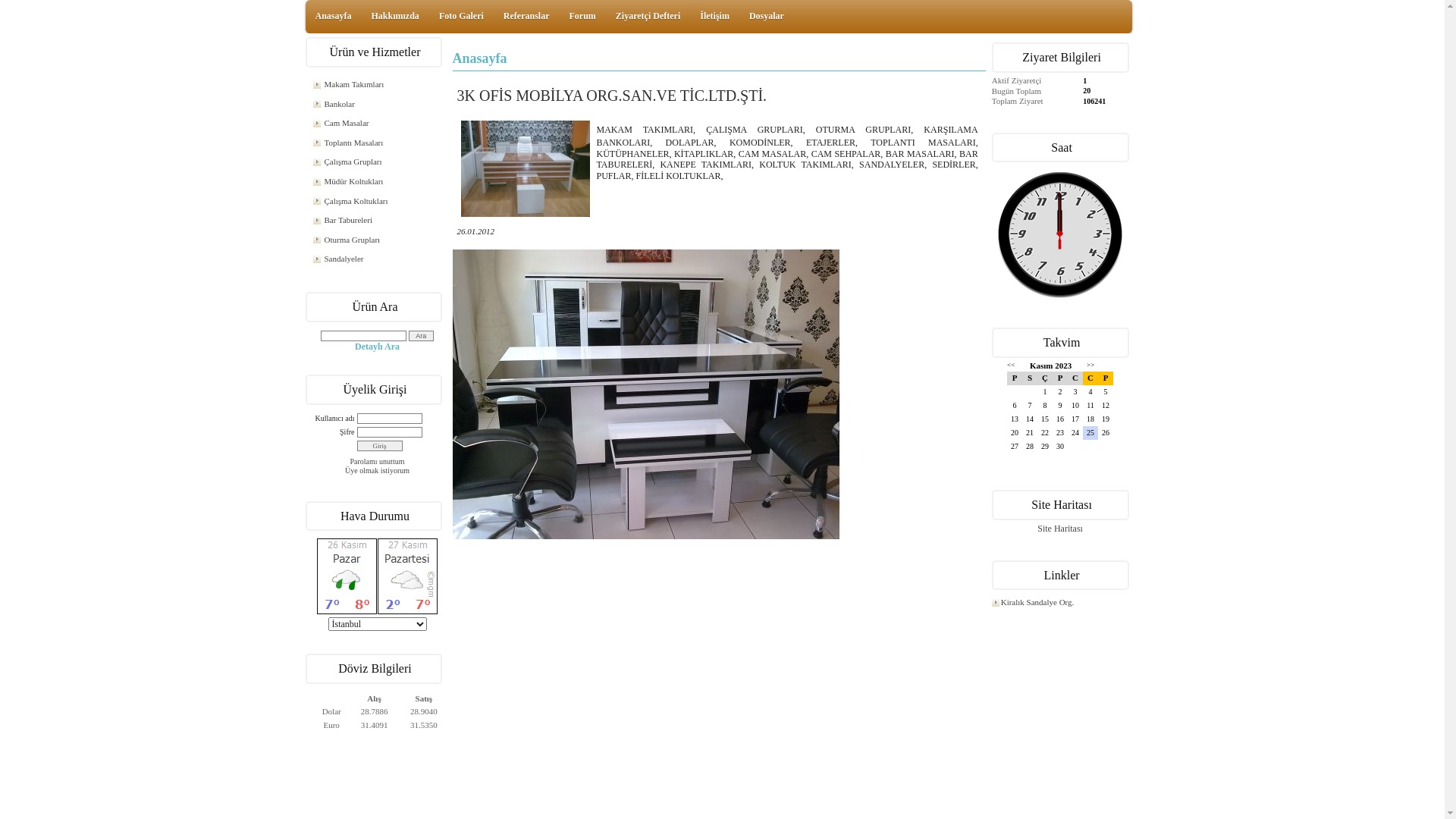 The image size is (1456, 819). I want to click on '8', so click(1043, 405).